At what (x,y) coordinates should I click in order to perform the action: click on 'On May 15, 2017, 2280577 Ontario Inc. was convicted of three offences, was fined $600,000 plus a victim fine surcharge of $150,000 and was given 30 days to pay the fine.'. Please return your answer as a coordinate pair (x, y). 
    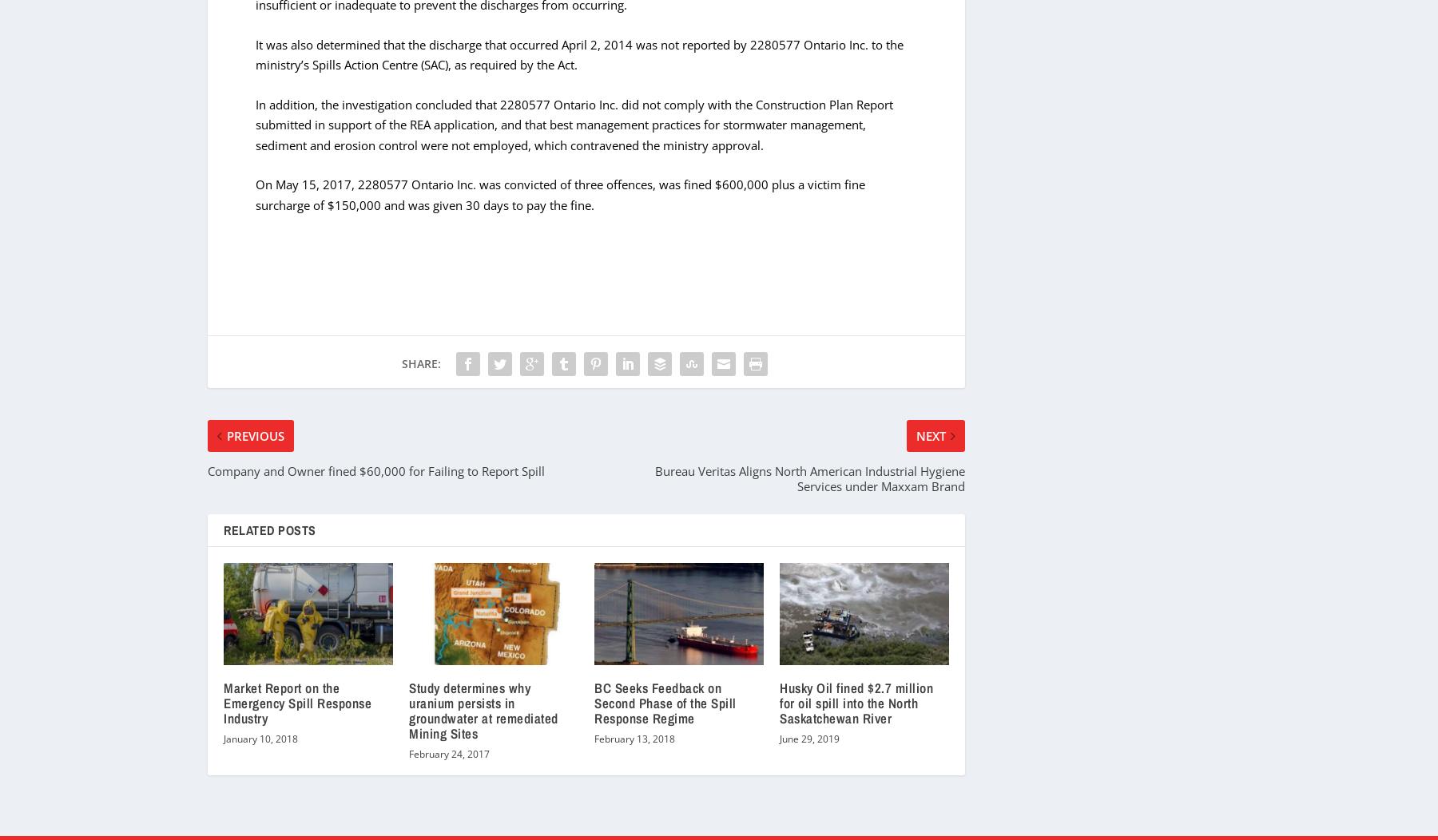
    Looking at the image, I should click on (559, 193).